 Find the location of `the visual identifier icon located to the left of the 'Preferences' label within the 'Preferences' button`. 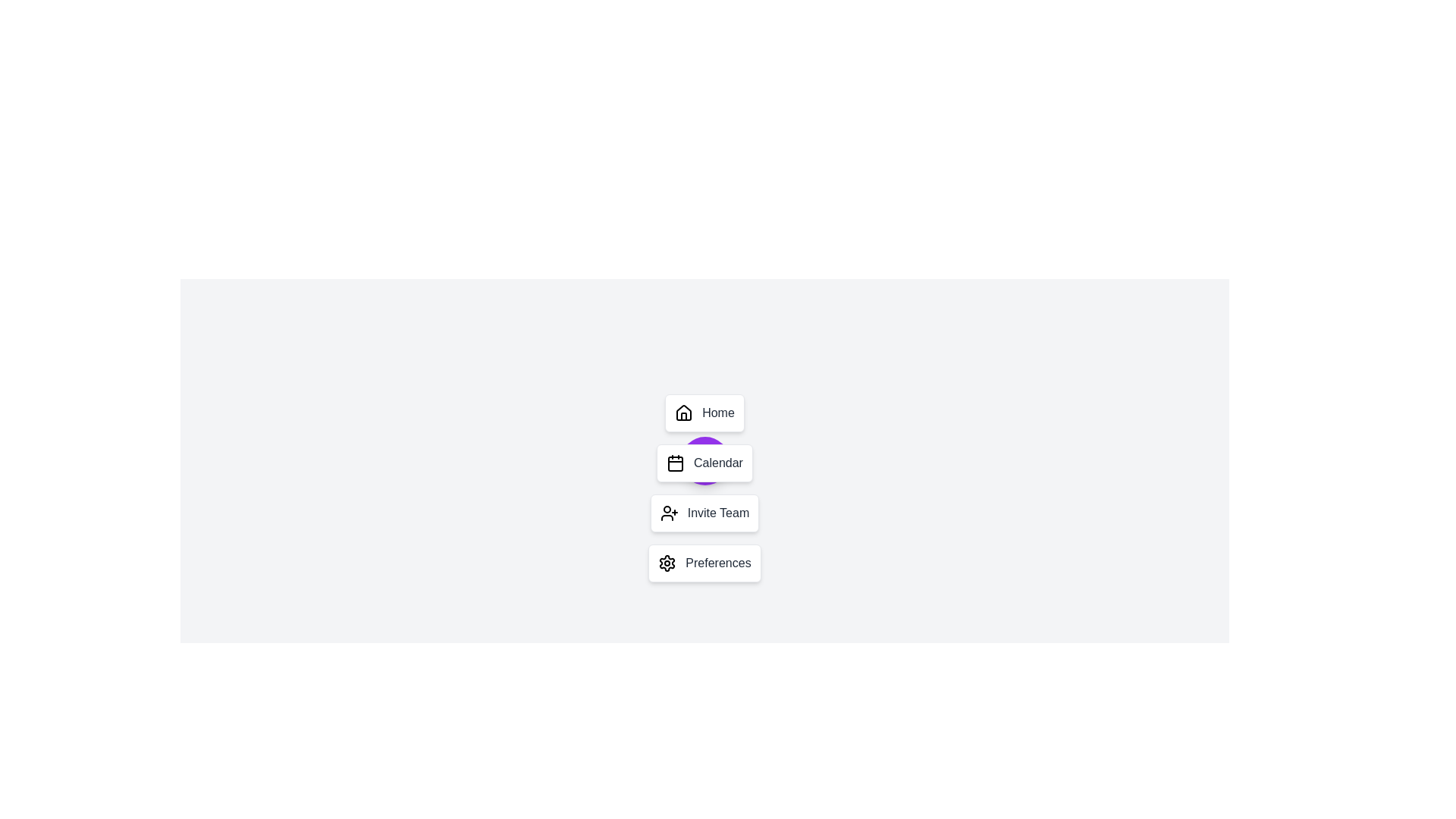

the visual identifier icon located to the left of the 'Preferences' label within the 'Preferences' button is located at coordinates (667, 563).